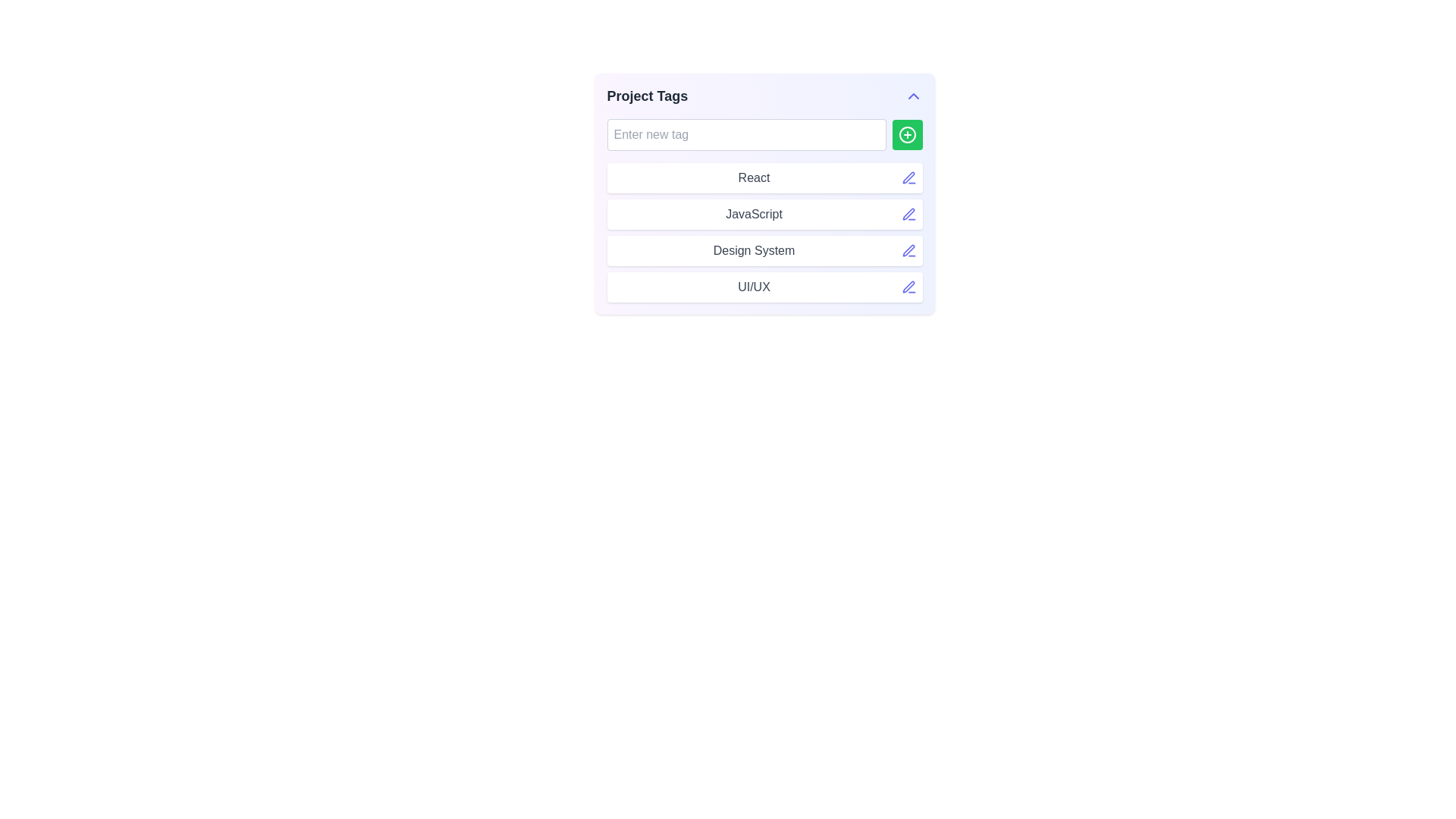 The width and height of the screenshot is (1456, 819). What do you see at coordinates (908, 249) in the screenshot?
I see `the indigo edit icon resembling a pen or pencil, located to the right of the 'Design System' tag in the 'Project Tags' section` at bounding box center [908, 249].